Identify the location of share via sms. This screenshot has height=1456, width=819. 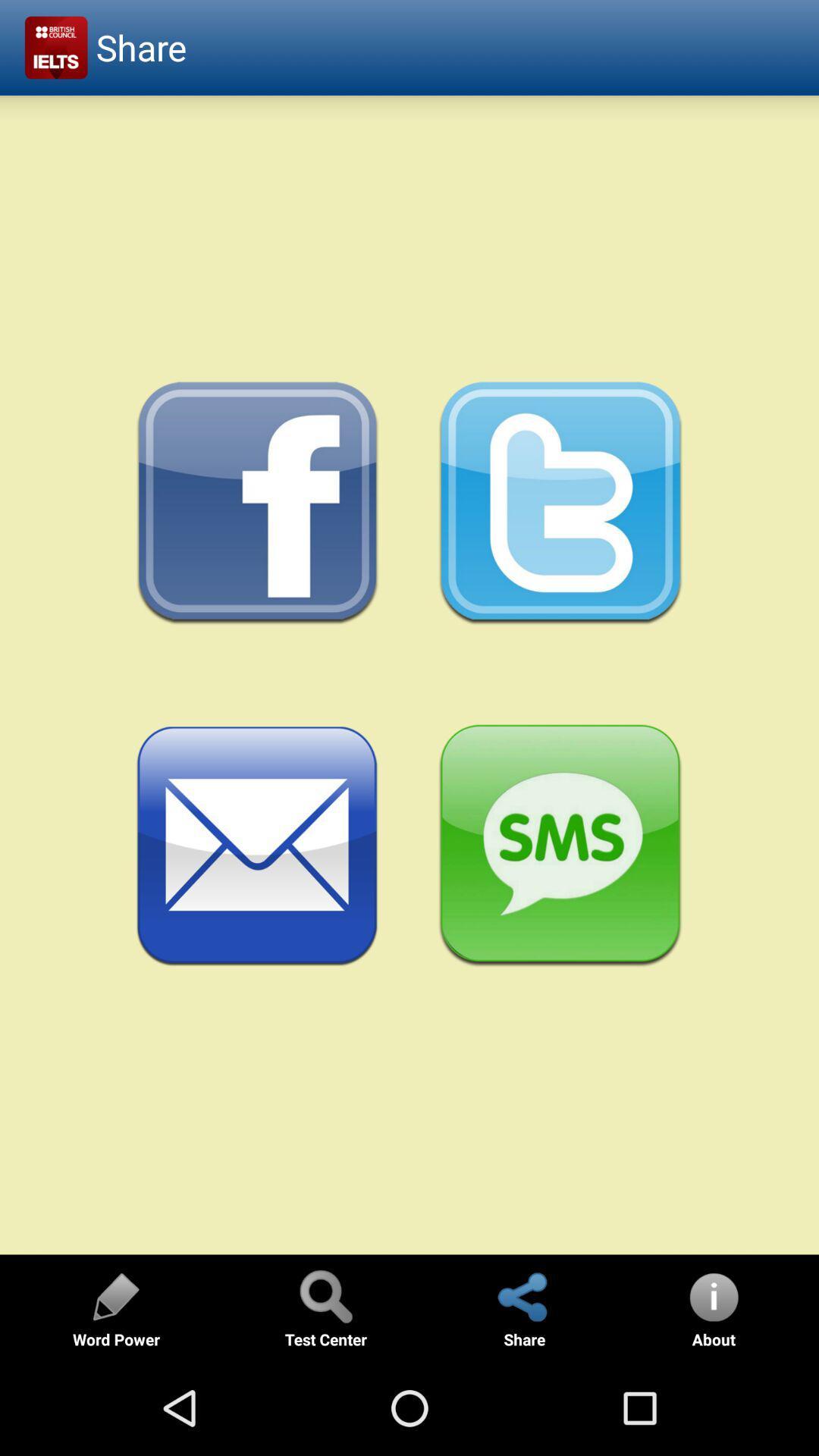
(560, 846).